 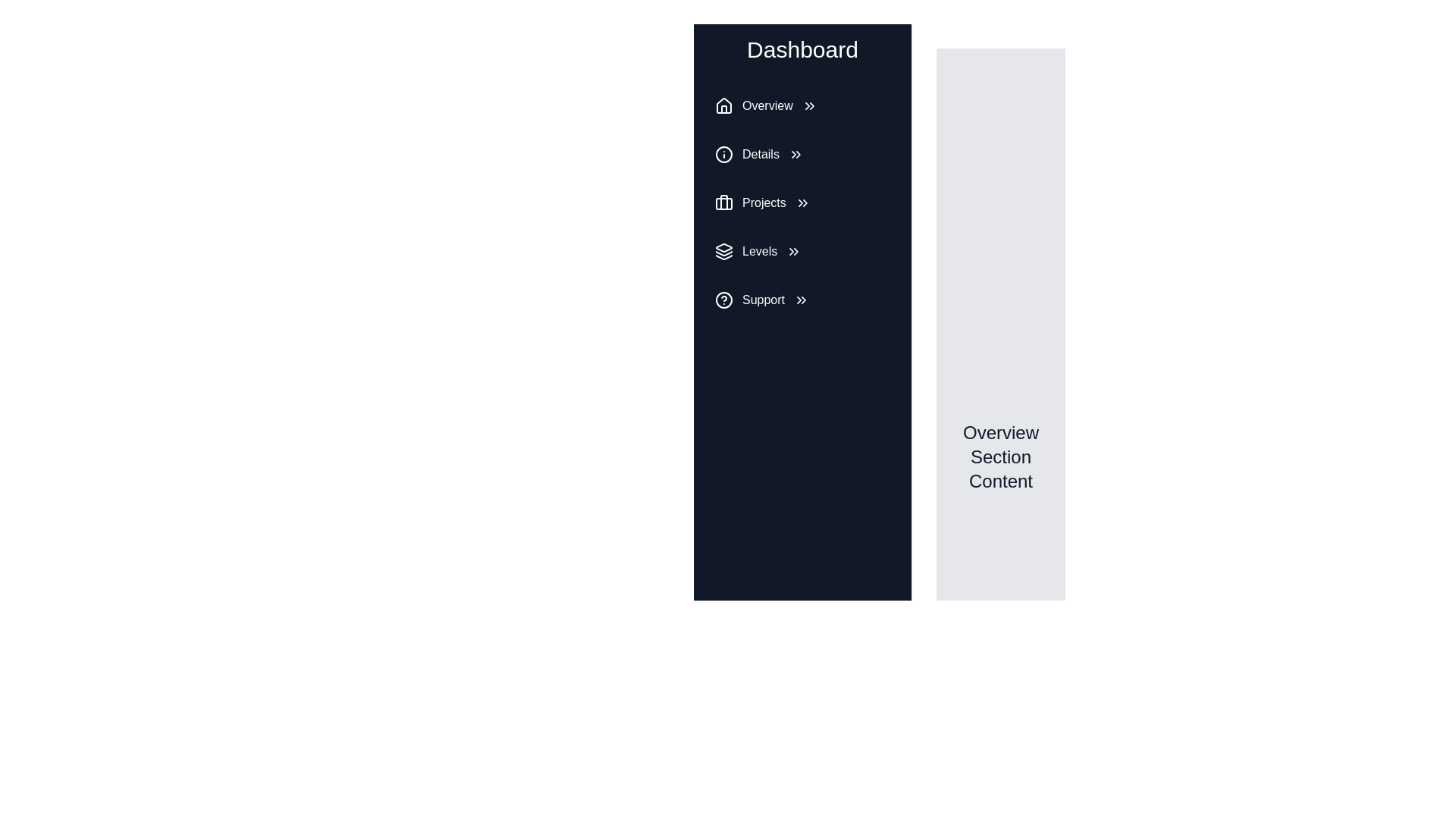 I want to click on the double rightward chevron icons (>>) located to the far-right side of the 'Overview' menu item under the 'Dashboard' header to interact or expand associated content, so click(x=808, y=105).